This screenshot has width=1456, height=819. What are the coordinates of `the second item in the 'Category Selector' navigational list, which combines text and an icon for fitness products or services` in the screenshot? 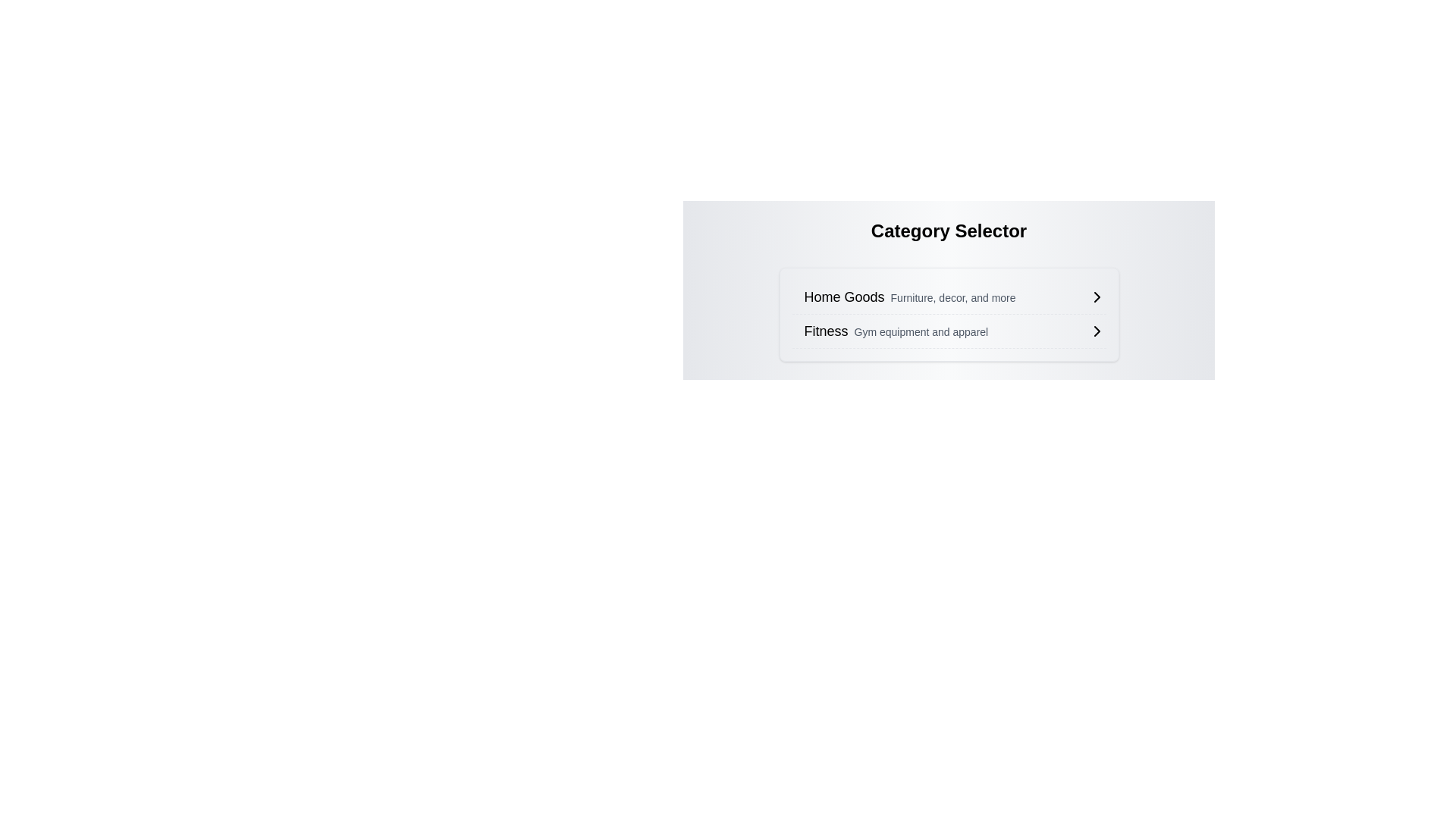 It's located at (948, 331).